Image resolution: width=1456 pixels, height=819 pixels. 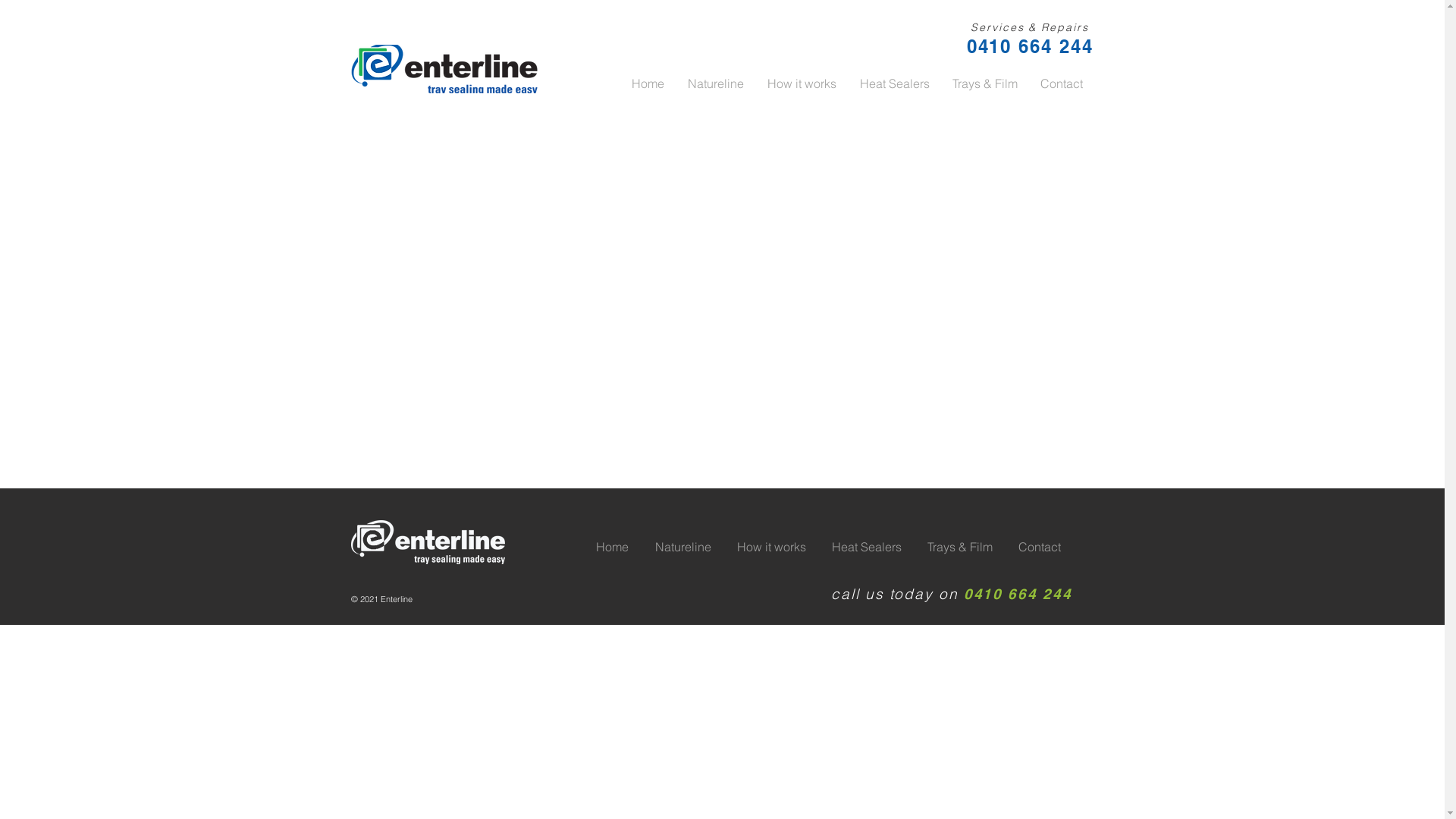 I want to click on 'Home', so click(x=647, y=83).